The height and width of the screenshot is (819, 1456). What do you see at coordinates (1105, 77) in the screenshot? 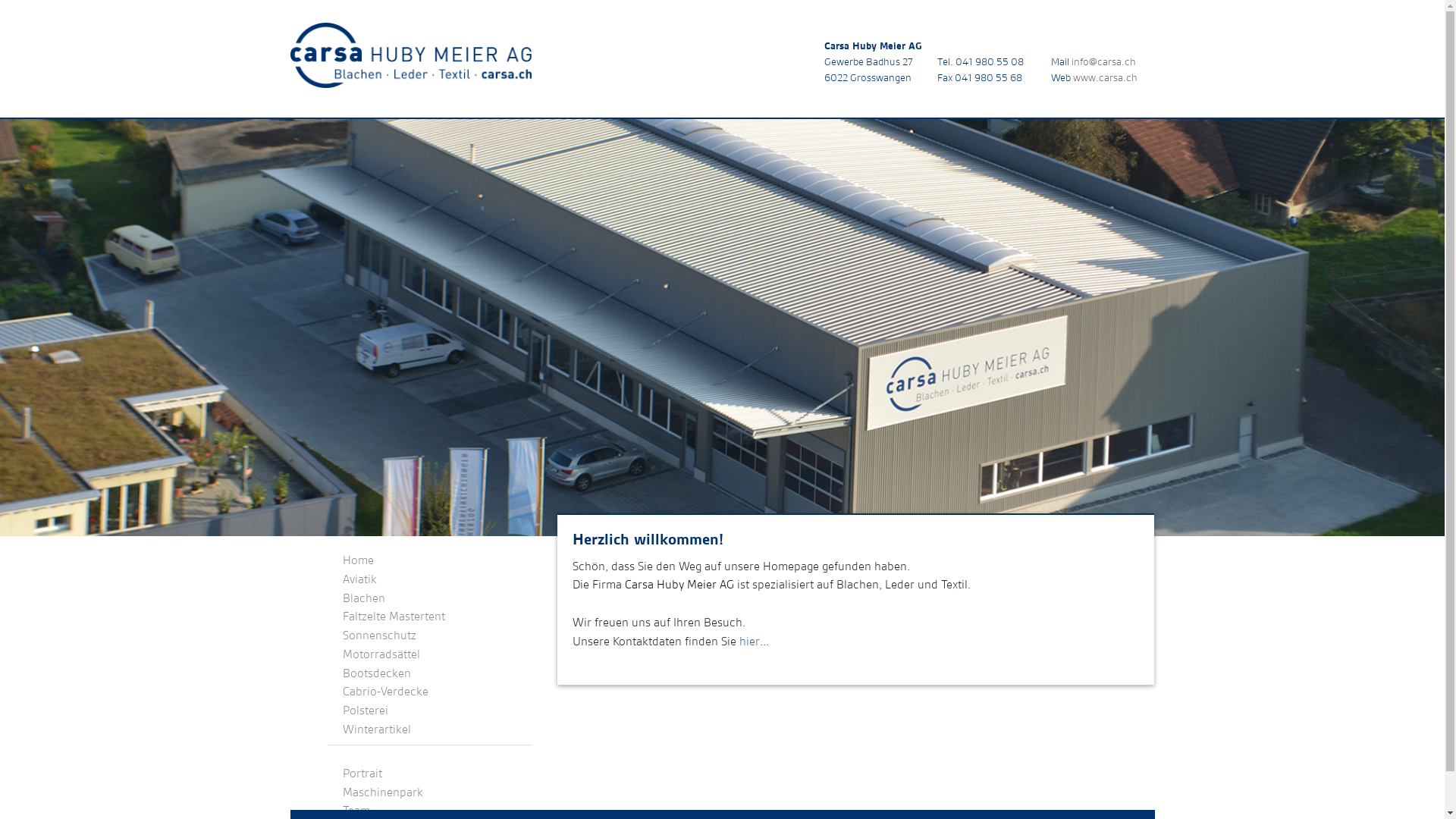
I see `'www.carsa.ch'` at bounding box center [1105, 77].